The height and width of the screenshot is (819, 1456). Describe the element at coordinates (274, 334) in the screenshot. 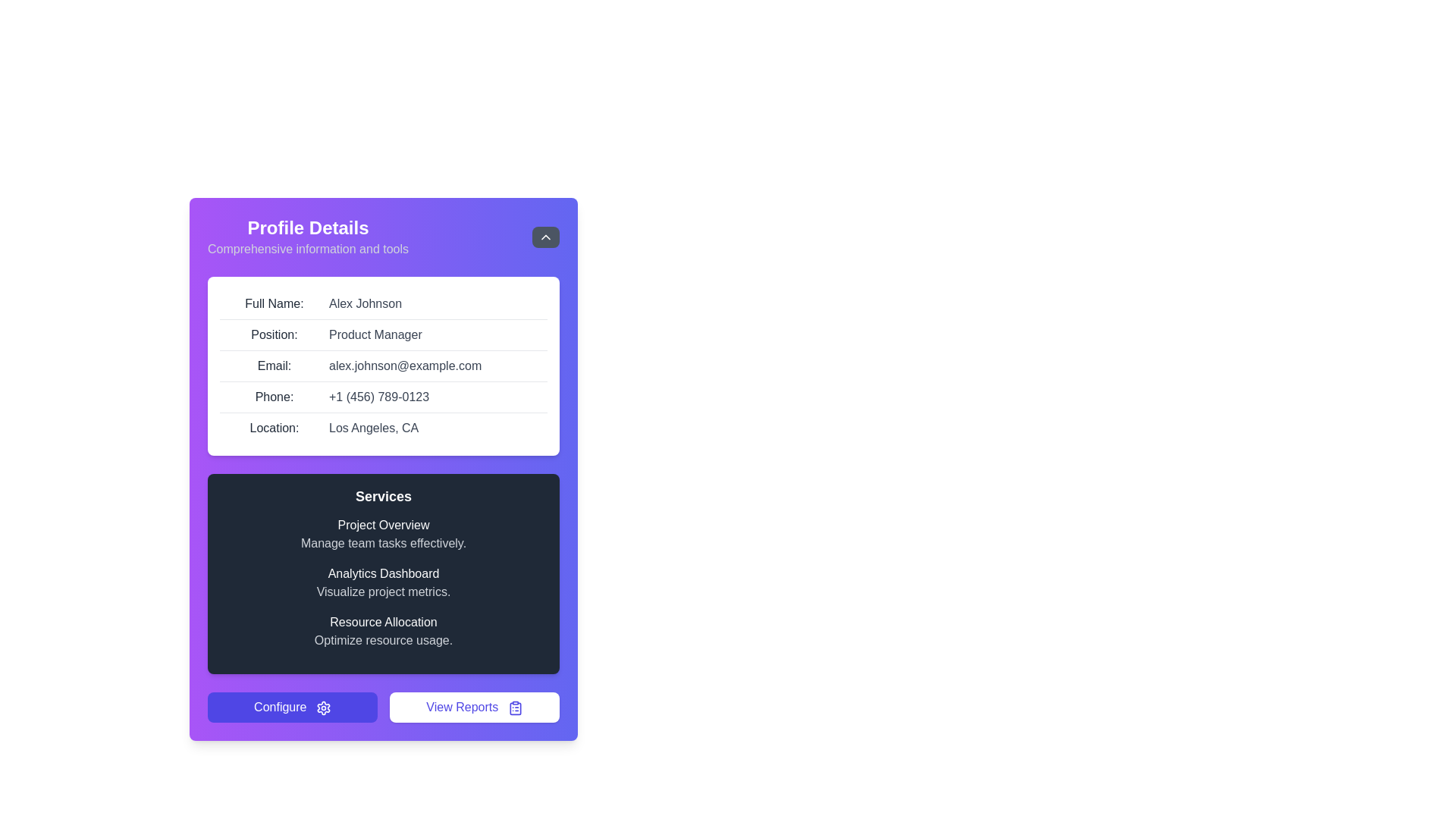

I see `the Text label that describes the user's position as 'Product Manager', located in the profile details component, between 'Full Name:' and 'Email:' rows` at that location.